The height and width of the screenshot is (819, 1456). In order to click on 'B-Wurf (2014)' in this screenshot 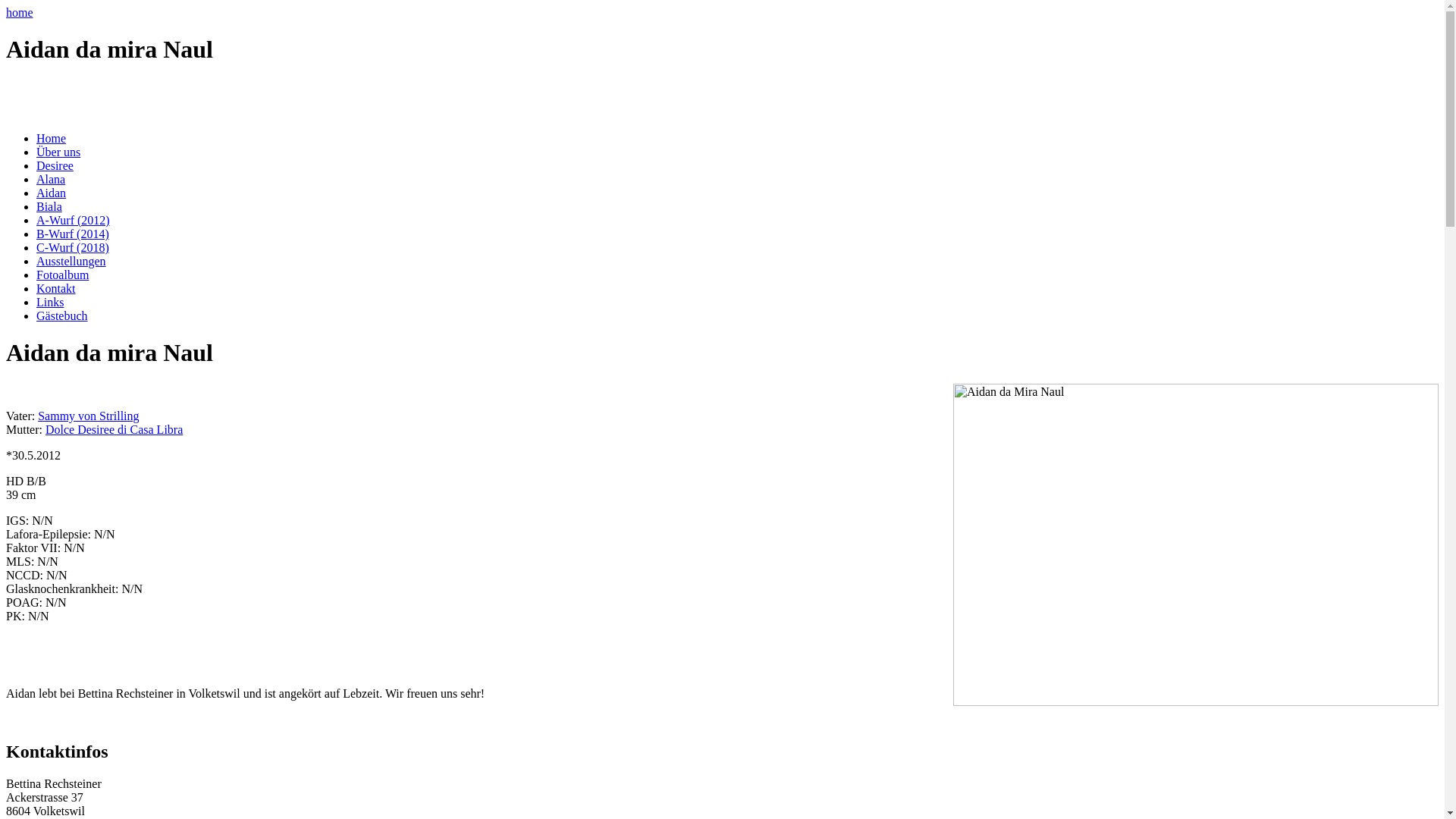, I will do `click(72, 234)`.